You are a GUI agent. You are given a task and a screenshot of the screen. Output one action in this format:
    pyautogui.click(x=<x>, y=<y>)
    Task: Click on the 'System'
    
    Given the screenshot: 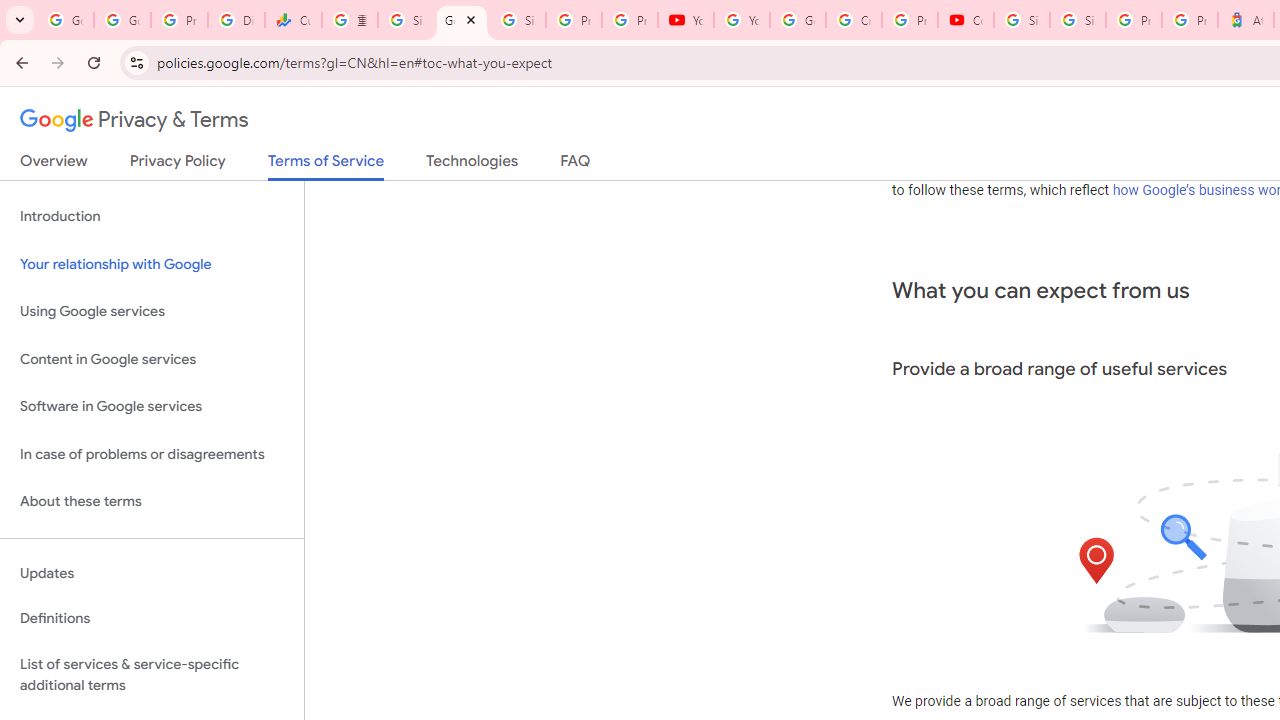 What is the action you would take?
    pyautogui.click(x=10, y=11)
    